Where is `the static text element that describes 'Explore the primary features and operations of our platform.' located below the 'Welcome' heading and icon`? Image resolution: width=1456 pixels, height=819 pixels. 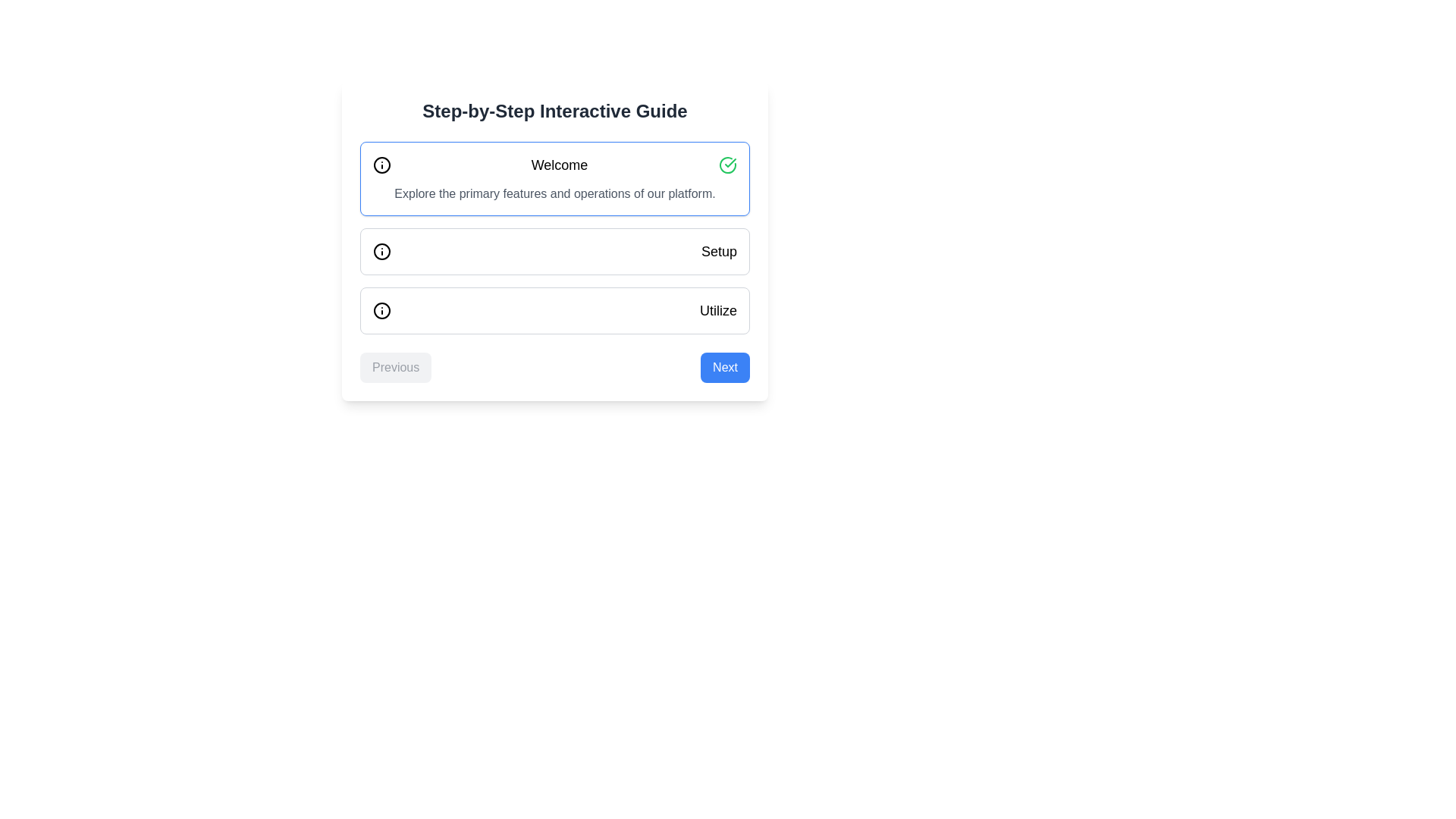
the static text element that describes 'Explore the primary features and operations of our platform.' located below the 'Welcome' heading and icon is located at coordinates (554, 193).